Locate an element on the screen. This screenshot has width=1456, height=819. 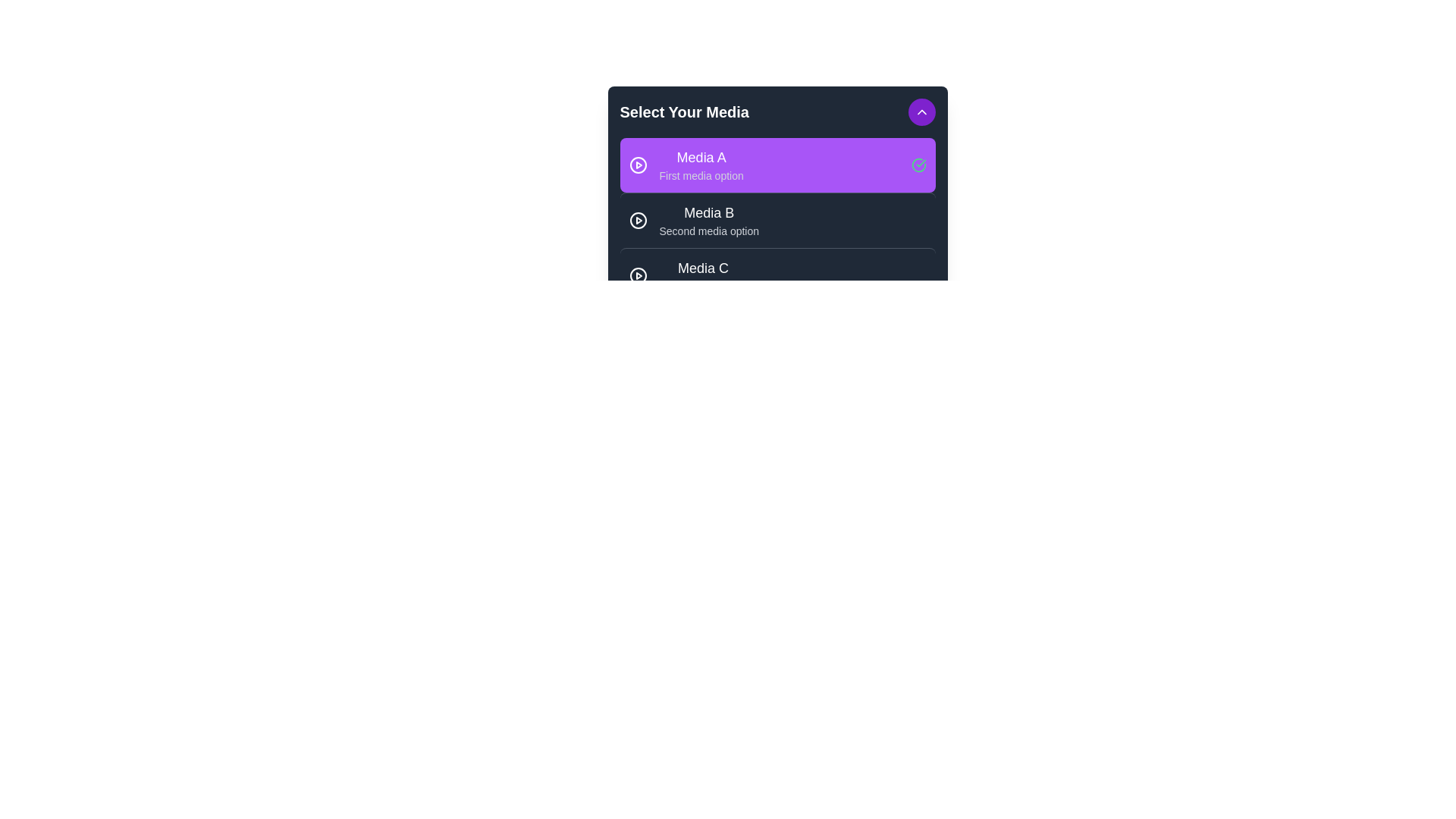
button in the header to toggle the menu visibility is located at coordinates (921, 111).